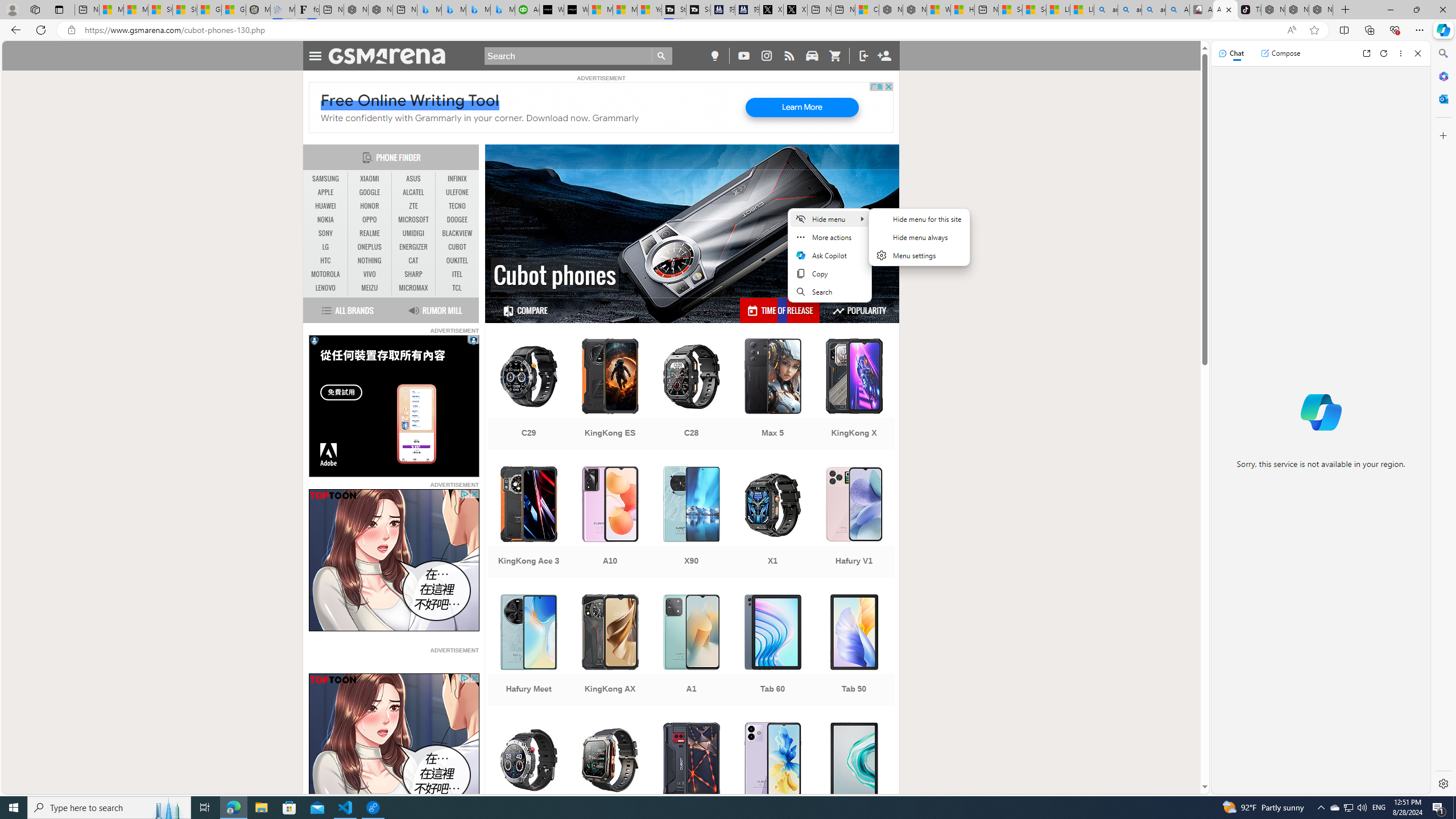 This screenshot has width=1456, height=819. I want to click on 'TCL', so click(457, 287).